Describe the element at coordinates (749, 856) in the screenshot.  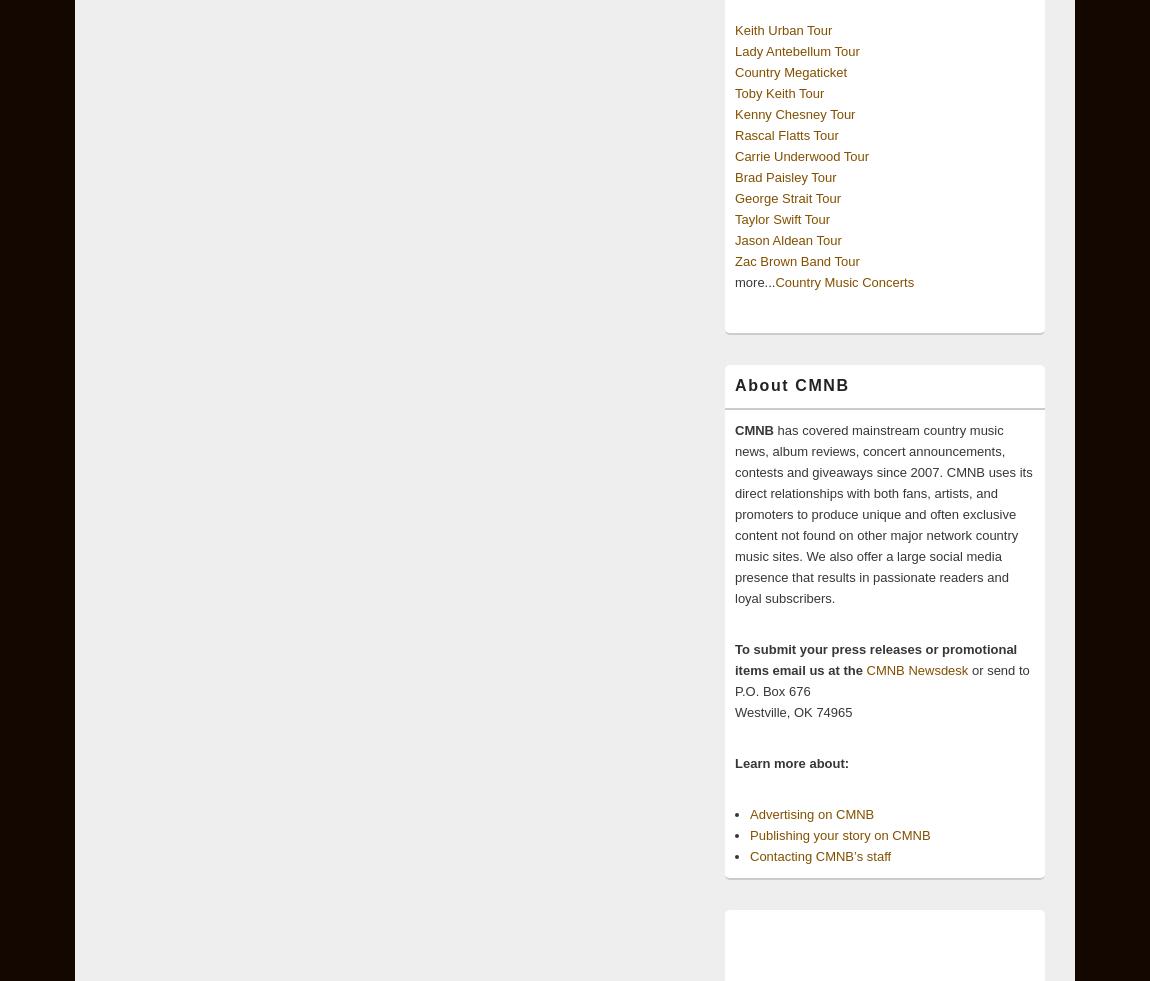
I see `'Contacting CMNB’s staff'` at that location.